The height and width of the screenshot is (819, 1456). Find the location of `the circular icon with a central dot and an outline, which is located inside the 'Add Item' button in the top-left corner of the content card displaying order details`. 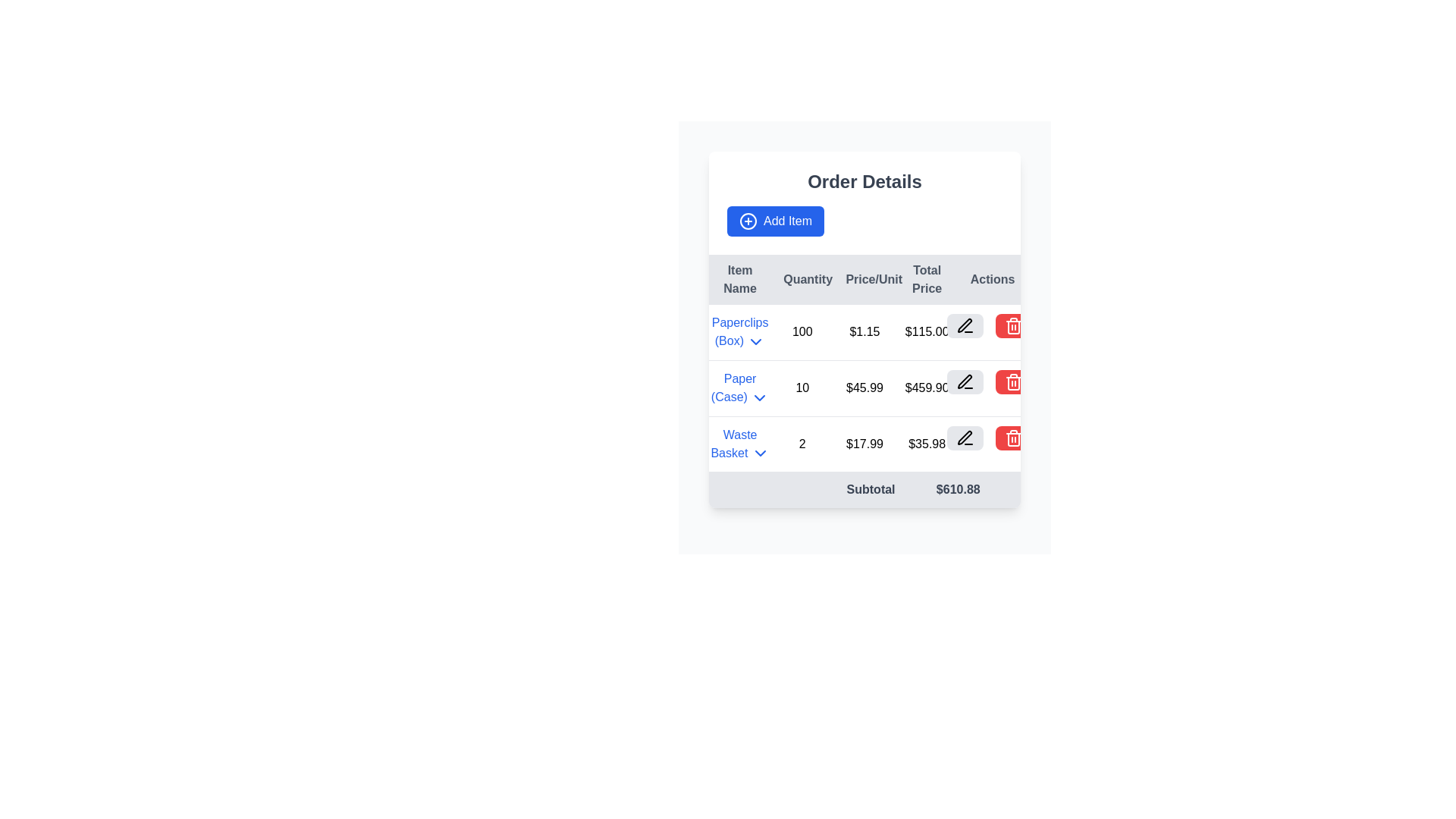

the circular icon with a central dot and an outline, which is located inside the 'Add Item' button in the top-left corner of the content card displaying order details is located at coordinates (748, 221).